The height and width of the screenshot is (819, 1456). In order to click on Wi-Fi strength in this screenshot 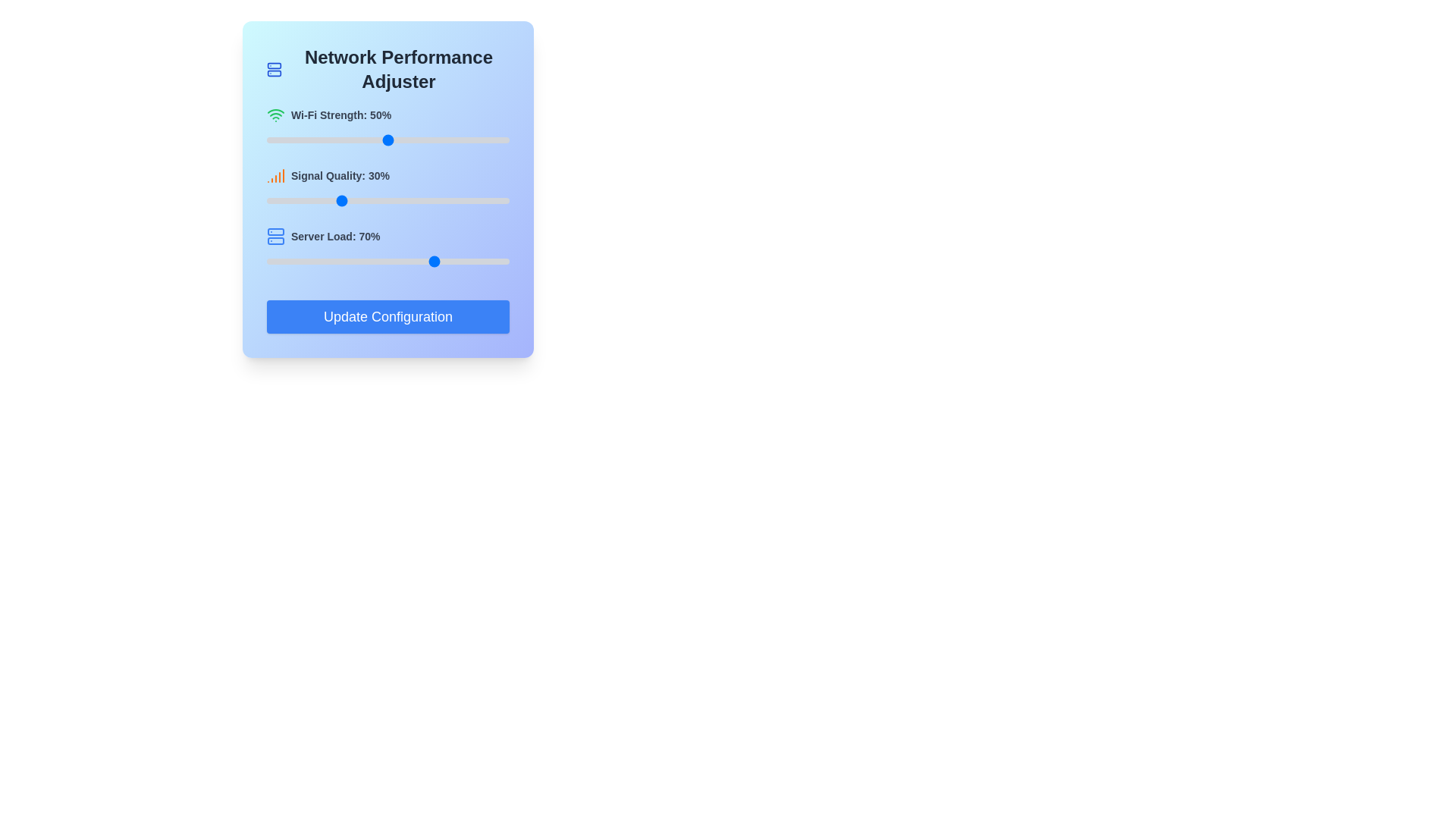, I will do `click(338, 140)`.